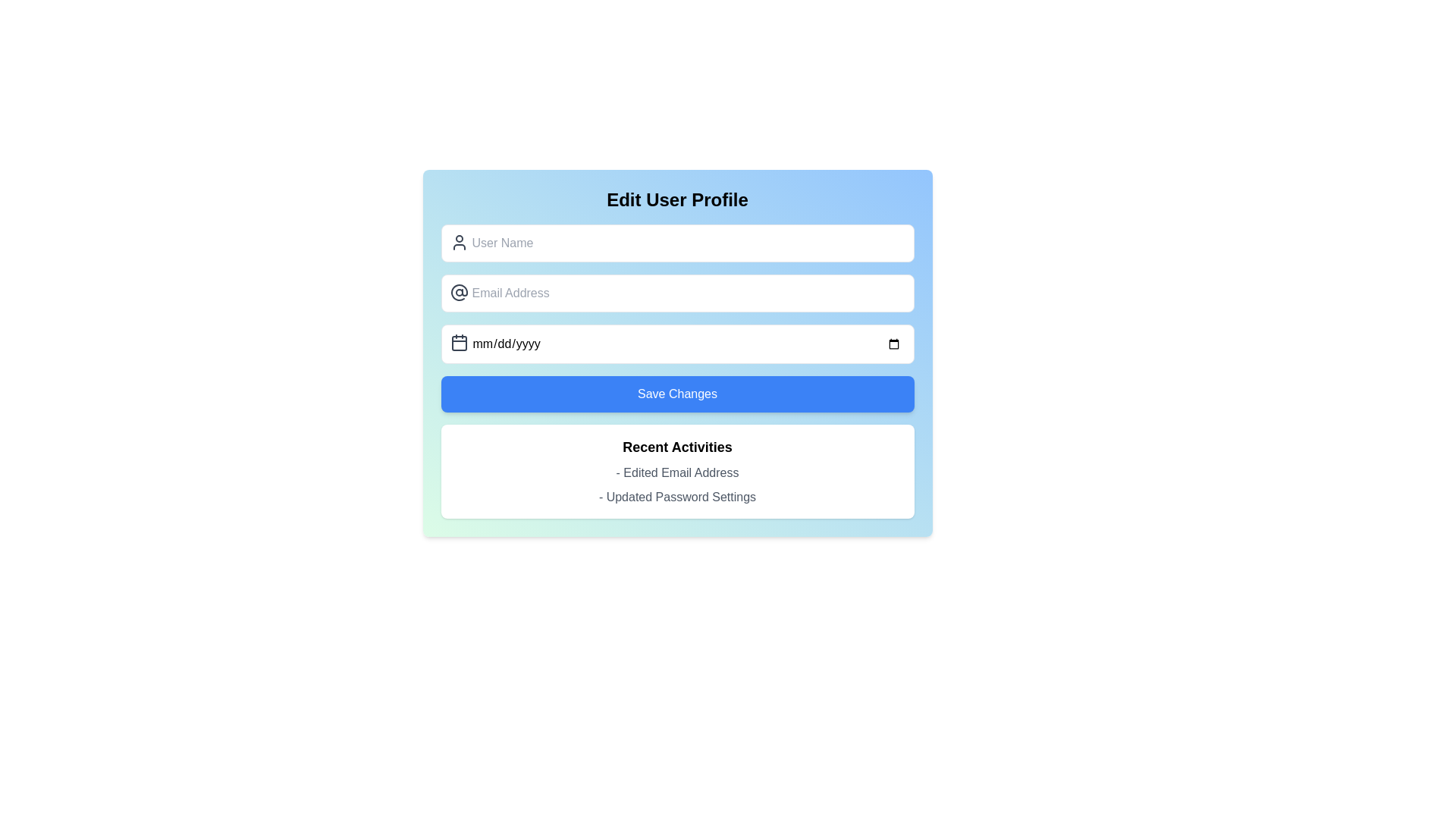  What do you see at coordinates (676, 293) in the screenshot?
I see `the Email input field in the 'Edit User Profile' card` at bounding box center [676, 293].